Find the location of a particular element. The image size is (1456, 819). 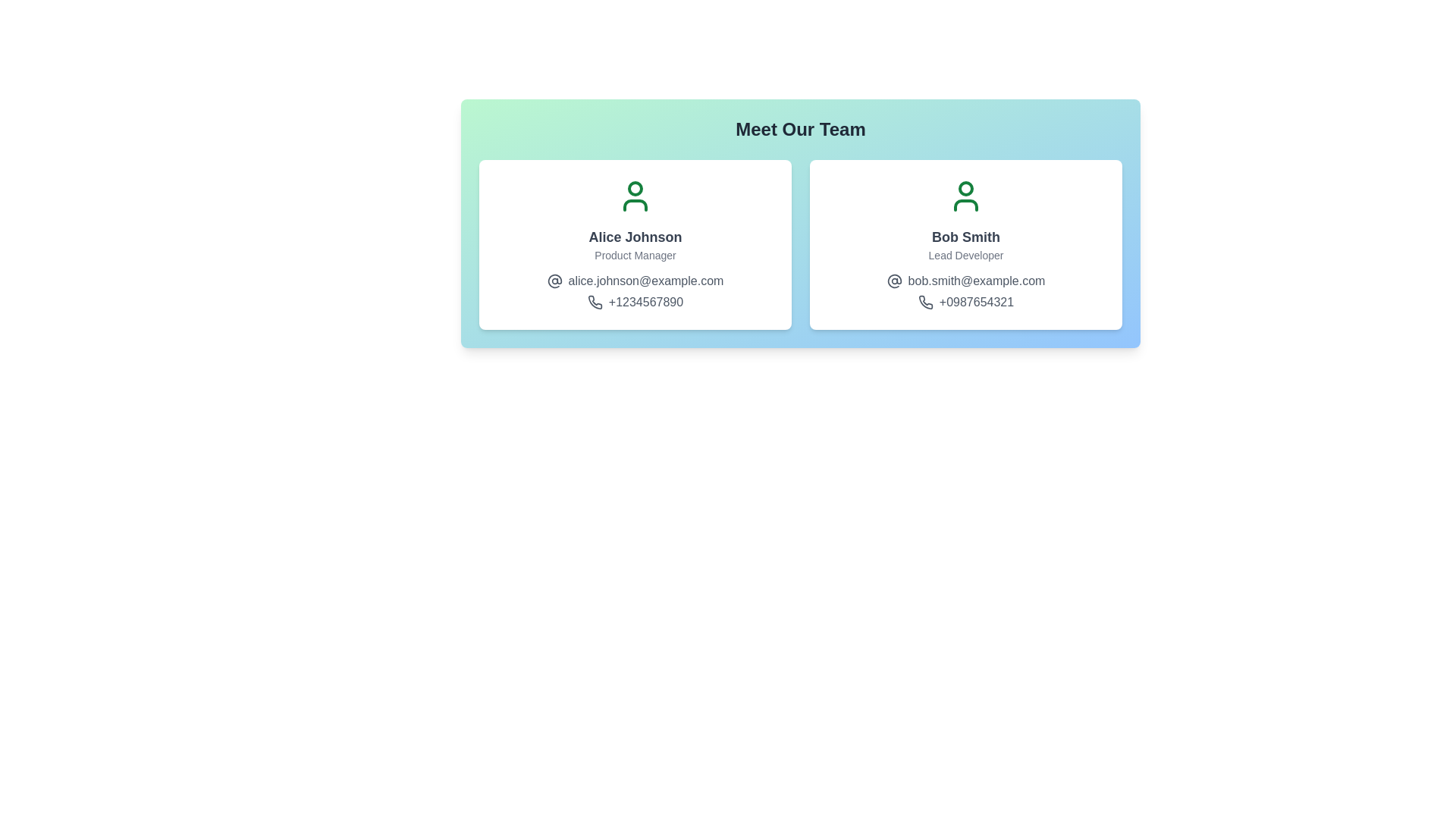

the phone icon located in the right user profile card is located at coordinates (924, 302).